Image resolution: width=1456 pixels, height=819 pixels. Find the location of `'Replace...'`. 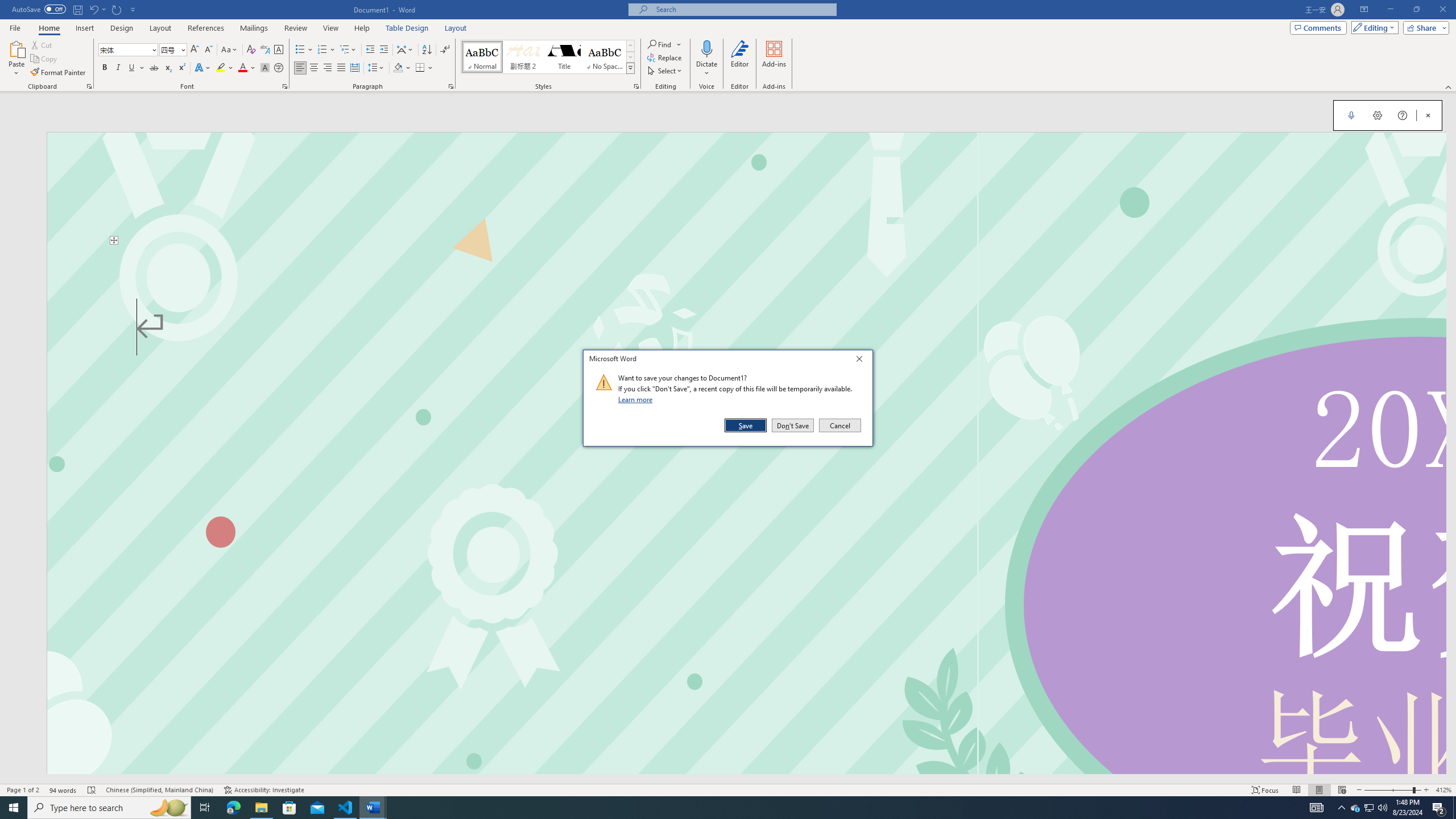

'Replace...' is located at coordinates (665, 56).